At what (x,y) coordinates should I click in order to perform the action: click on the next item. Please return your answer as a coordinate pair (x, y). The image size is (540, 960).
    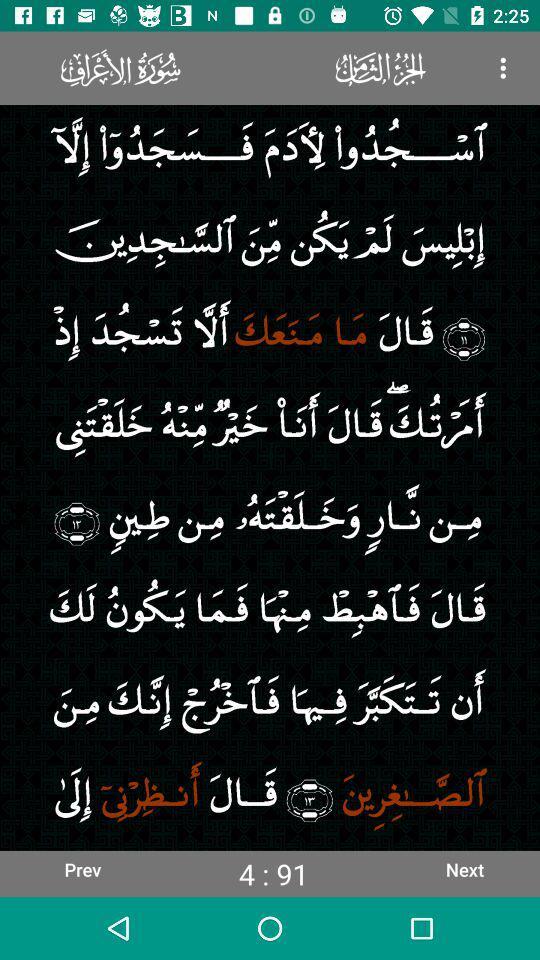
    Looking at the image, I should click on (464, 868).